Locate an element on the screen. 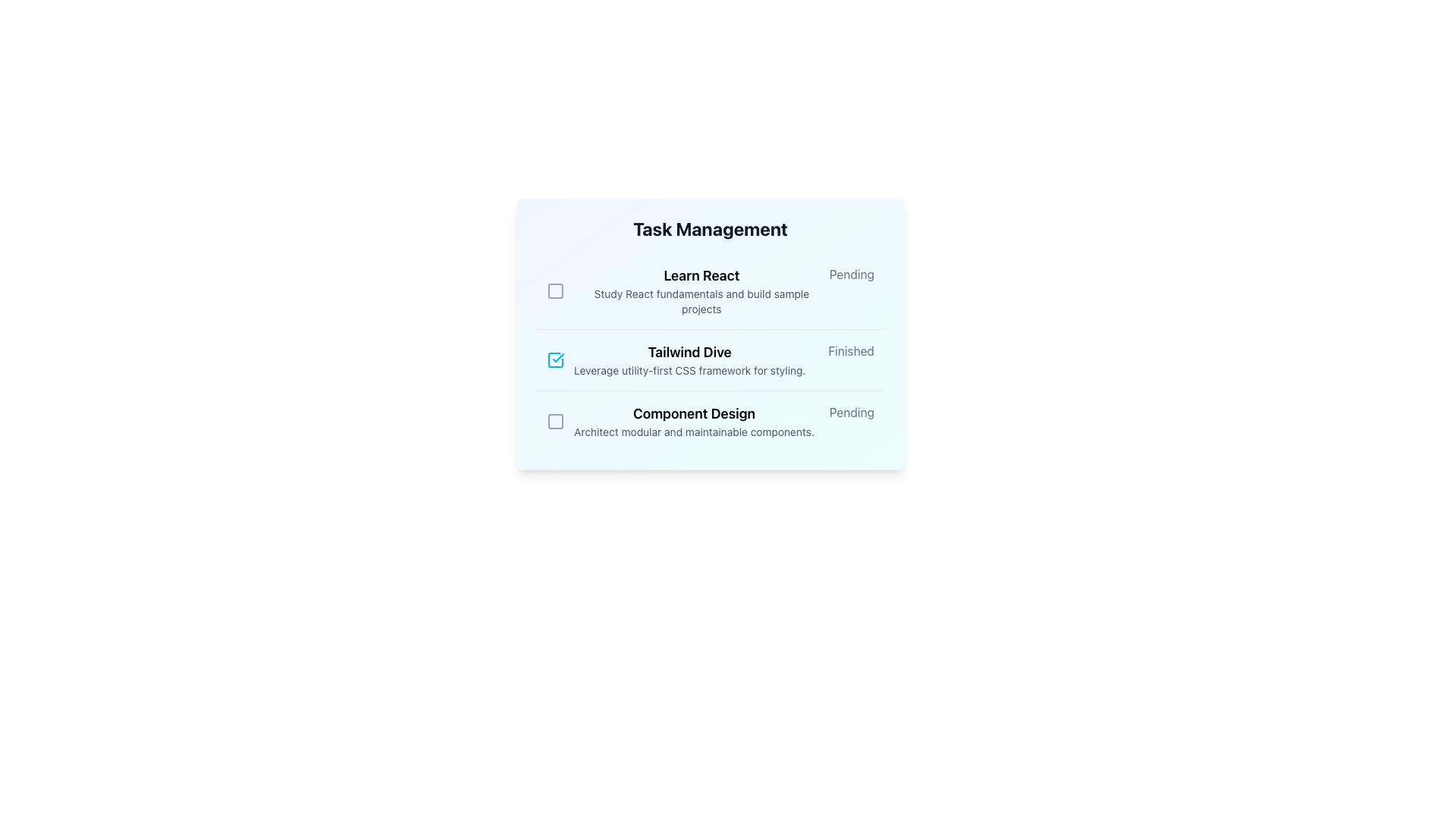 Image resolution: width=1456 pixels, height=819 pixels. the task title text located in the second row of the task list under 'Task Management' for navigation or detailed view is located at coordinates (689, 353).